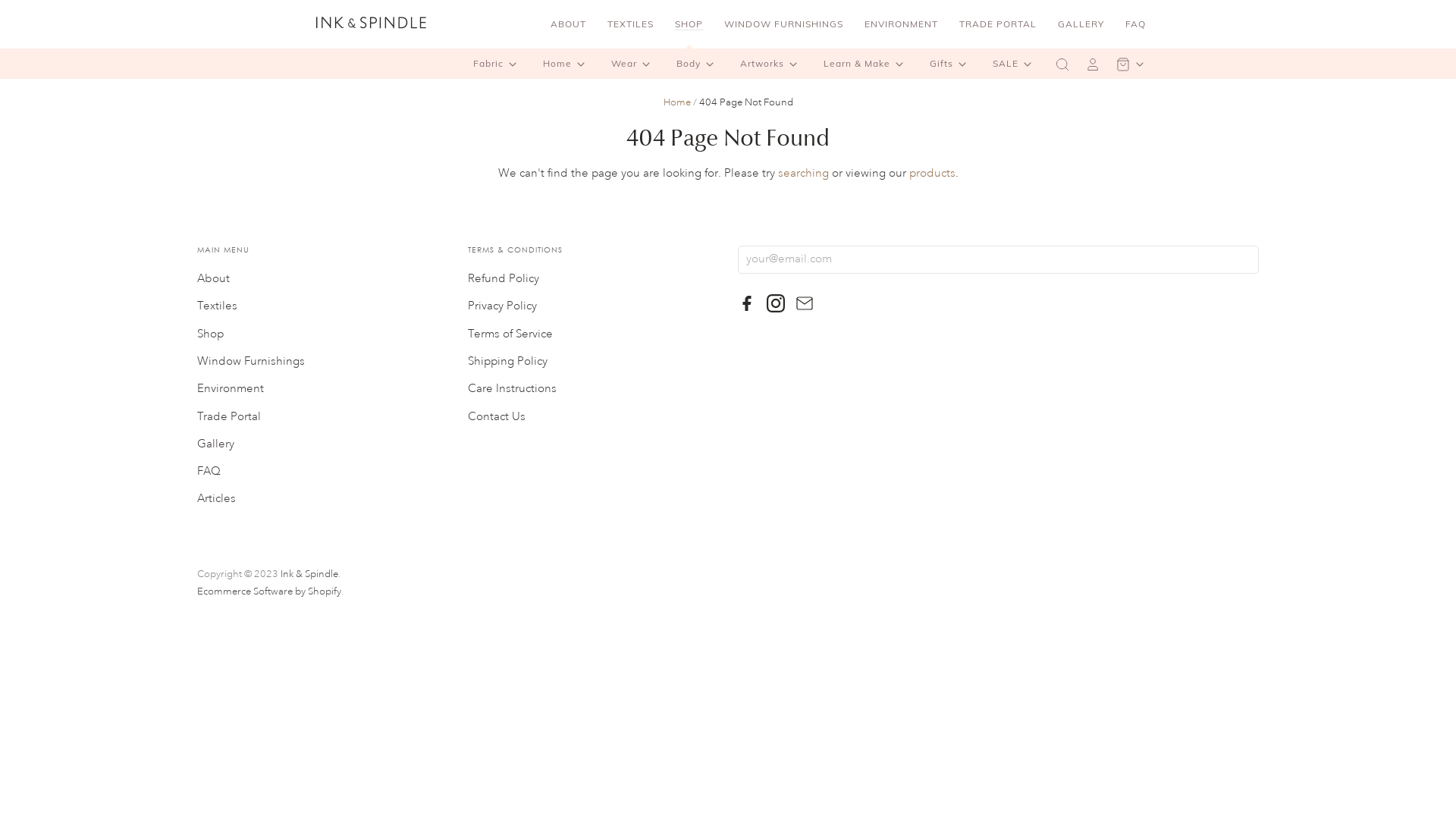 The width and height of the screenshot is (1456, 819). What do you see at coordinates (697, 63) in the screenshot?
I see `'Body'` at bounding box center [697, 63].